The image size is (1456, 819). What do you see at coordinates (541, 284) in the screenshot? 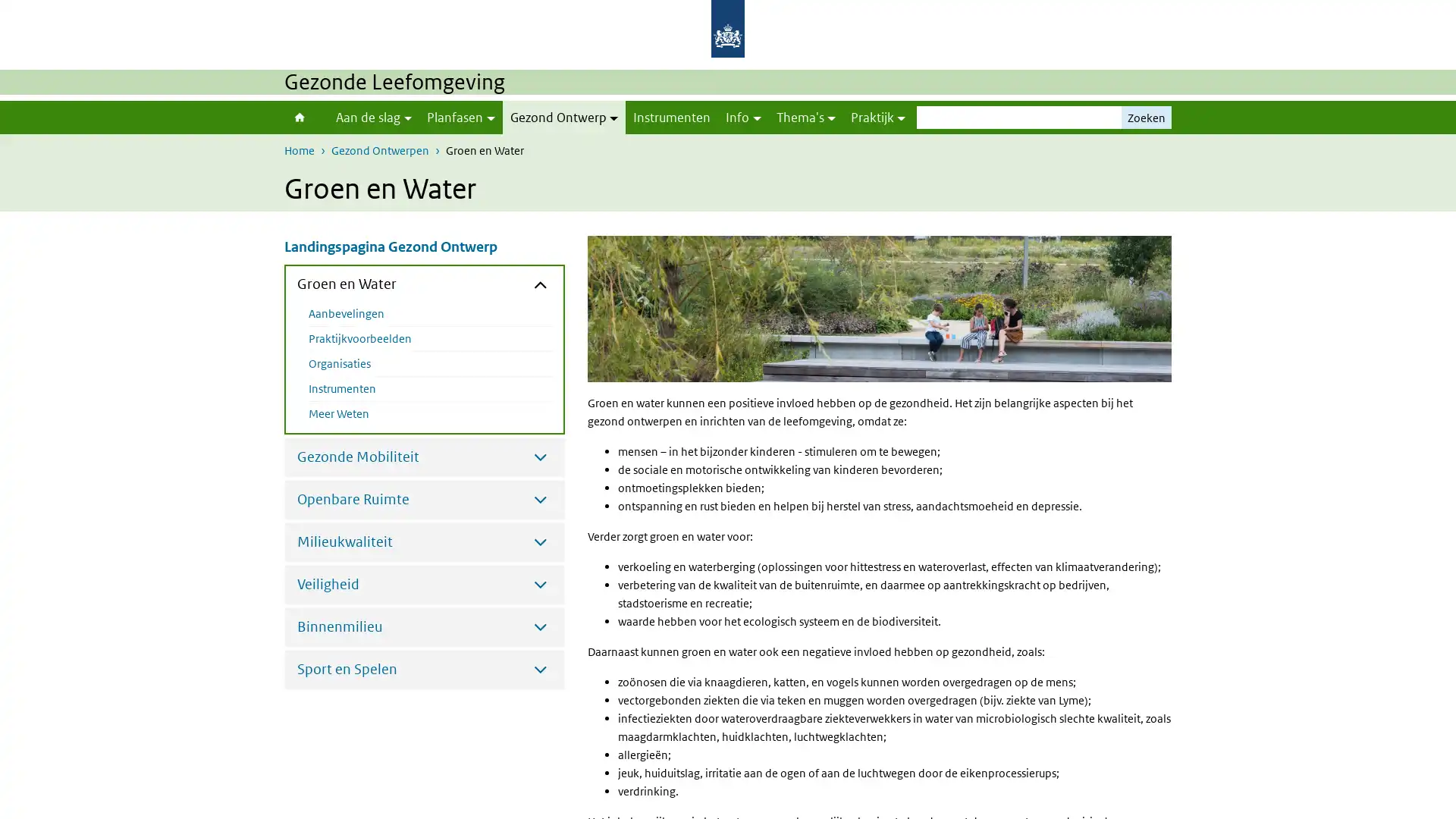
I see `Submenu sluiten` at bounding box center [541, 284].